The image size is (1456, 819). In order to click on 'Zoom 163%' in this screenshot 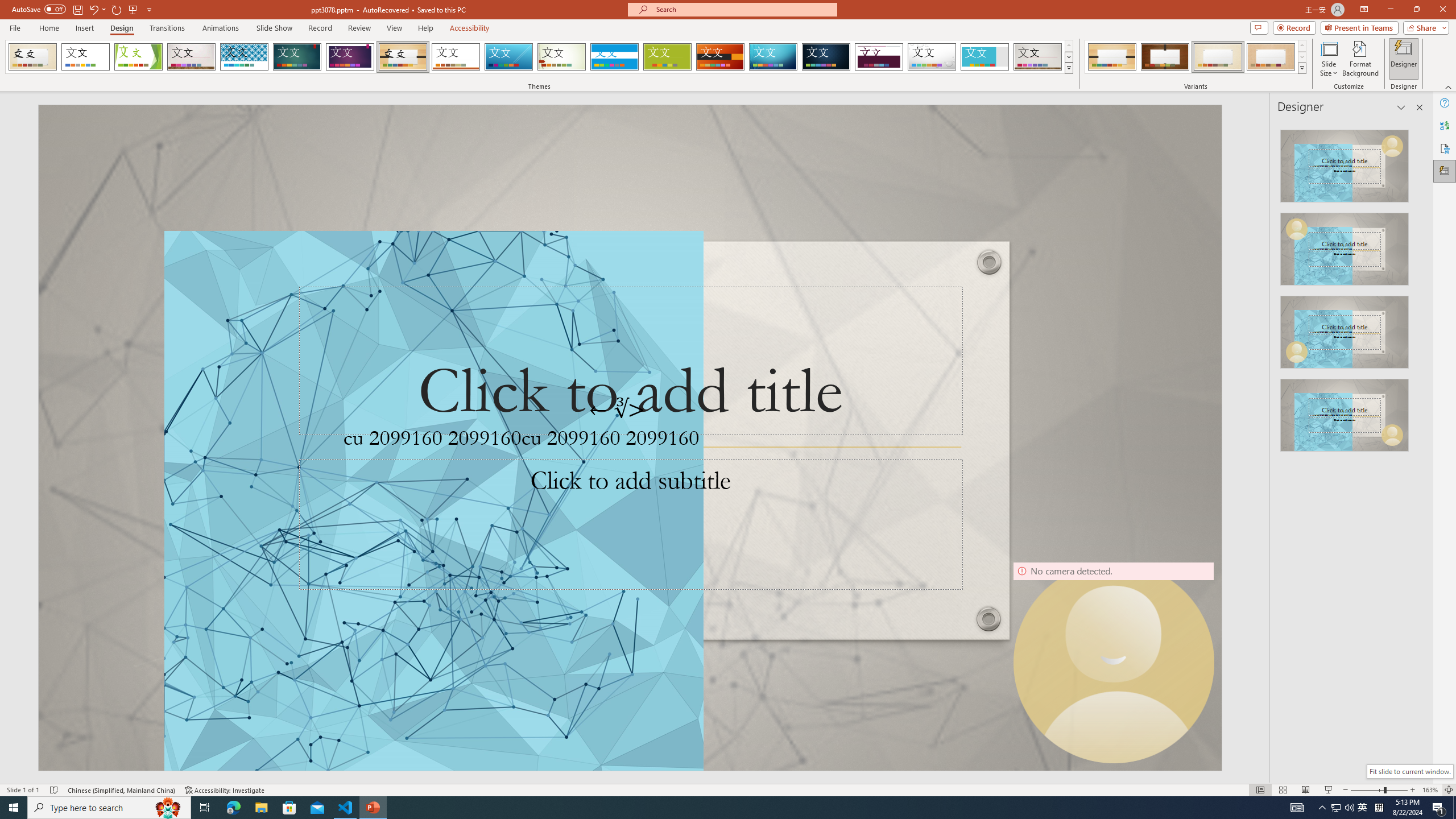, I will do `click(1430, 790)`.